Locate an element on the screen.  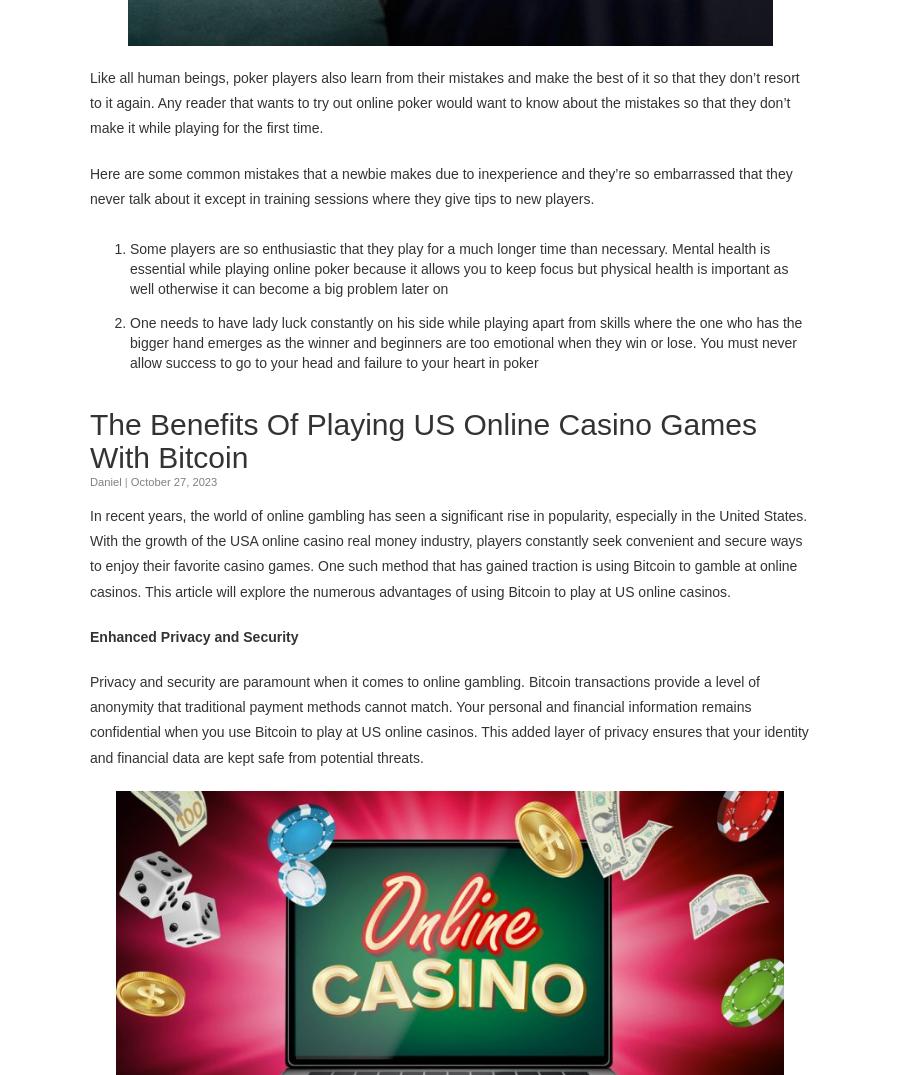
'Daniel' is located at coordinates (104, 479).